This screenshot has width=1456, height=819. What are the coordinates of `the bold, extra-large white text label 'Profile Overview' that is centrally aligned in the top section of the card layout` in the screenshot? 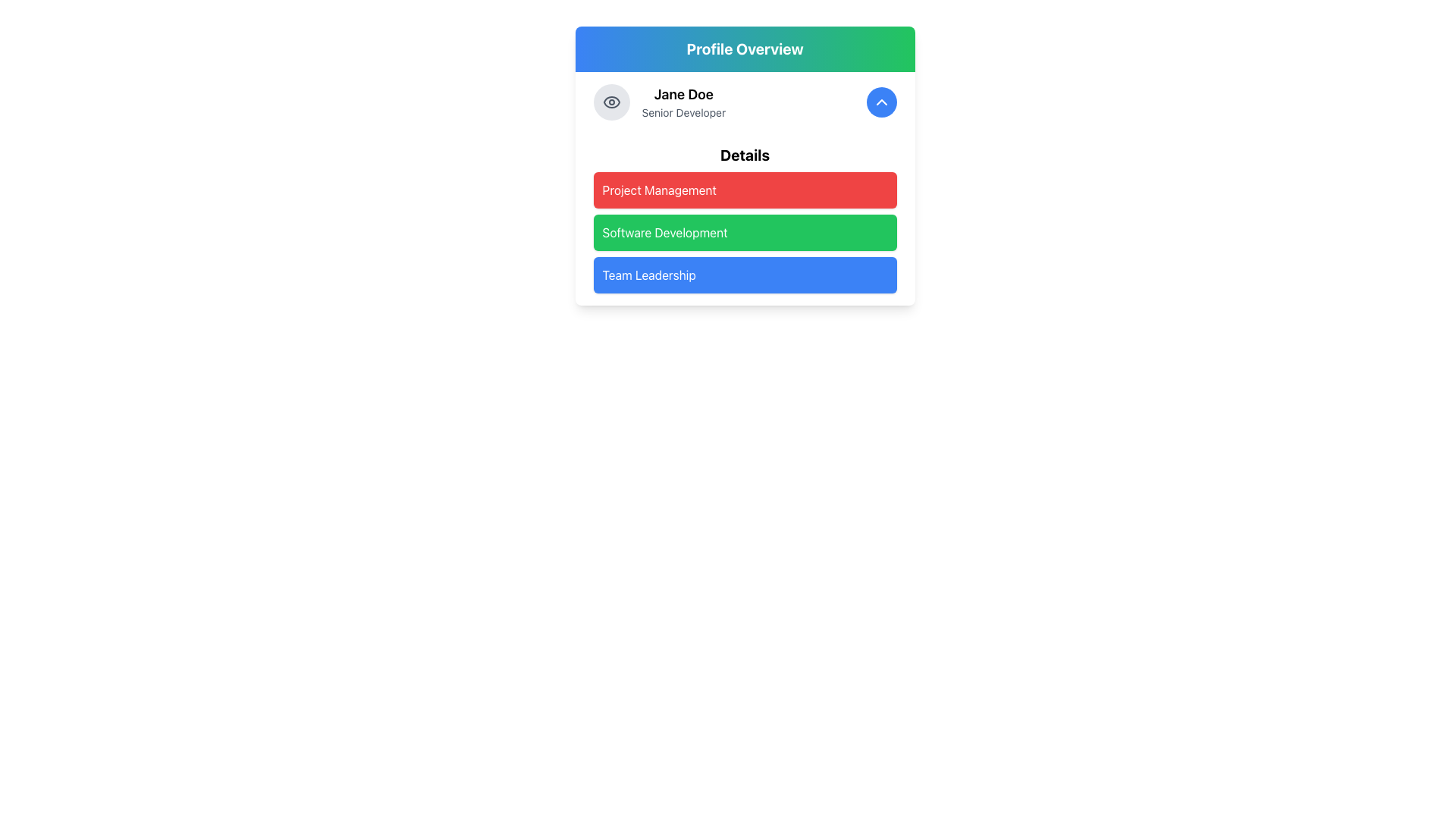 It's located at (745, 49).